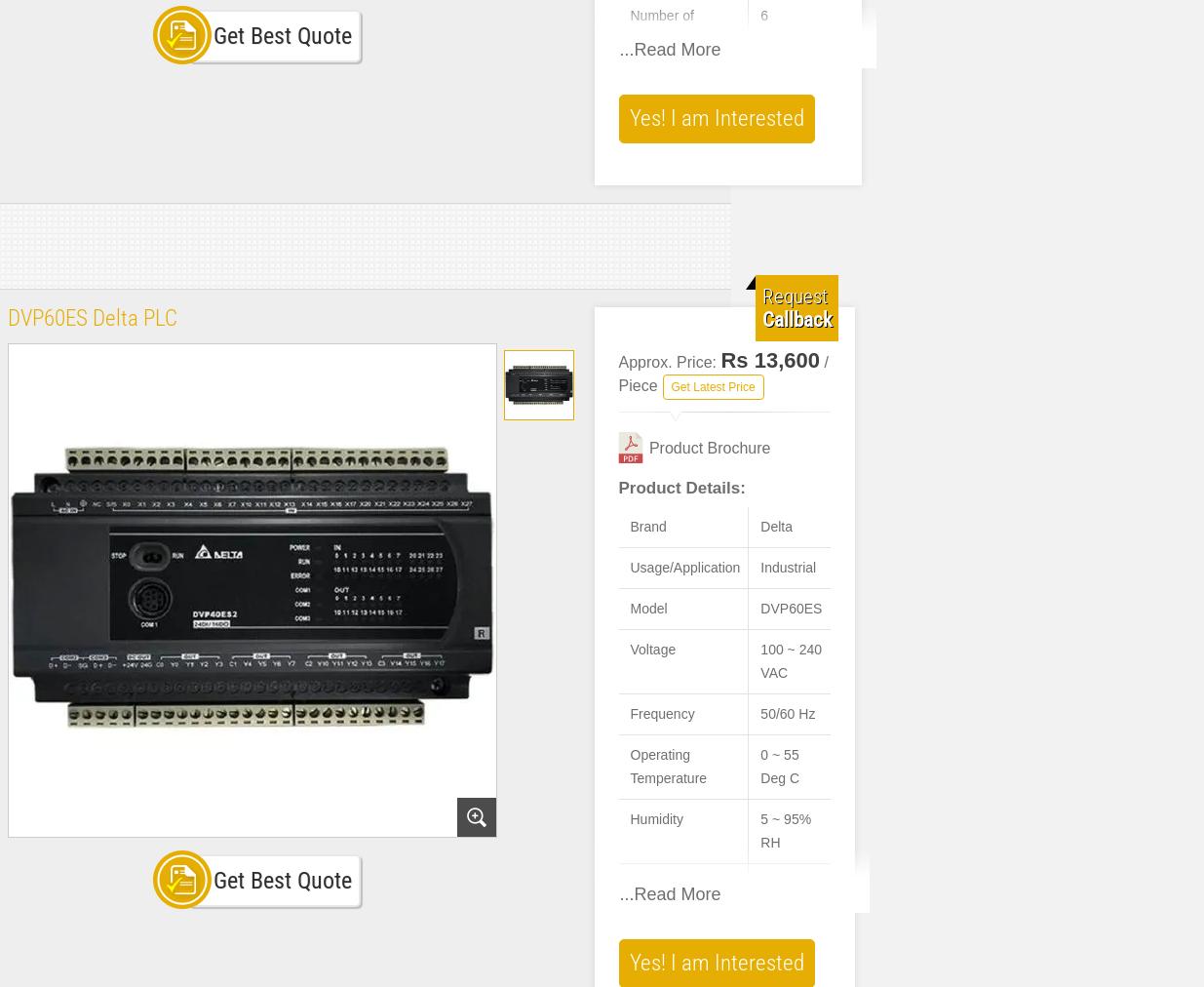 Image resolution: width=1204 pixels, height=987 pixels. What do you see at coordinates (655, 817) in the screenshot?
I see `'Humidity'` at bounding box center [655, 817].